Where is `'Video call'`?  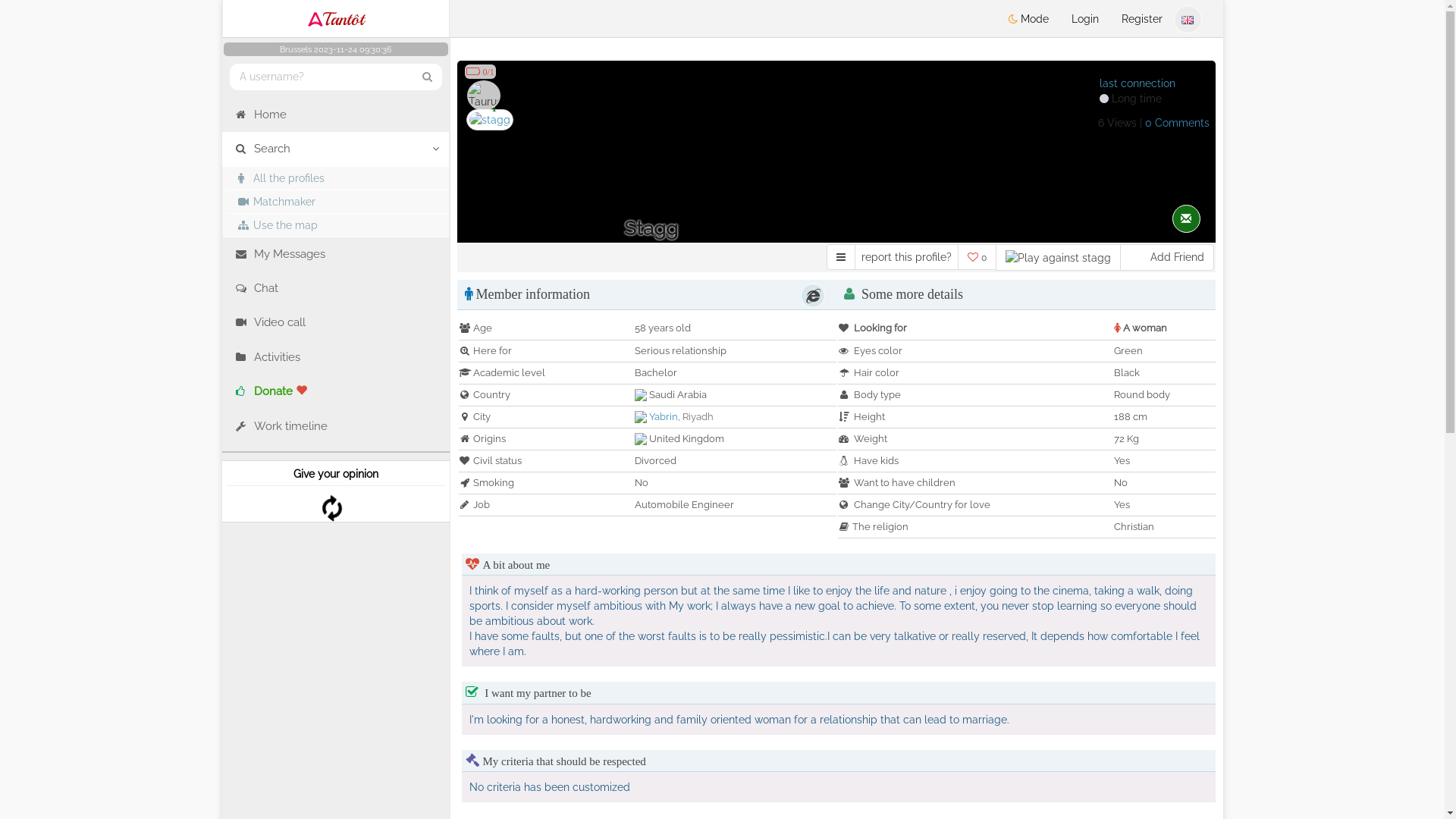
'Video call' is located at coordinates (334, 322).